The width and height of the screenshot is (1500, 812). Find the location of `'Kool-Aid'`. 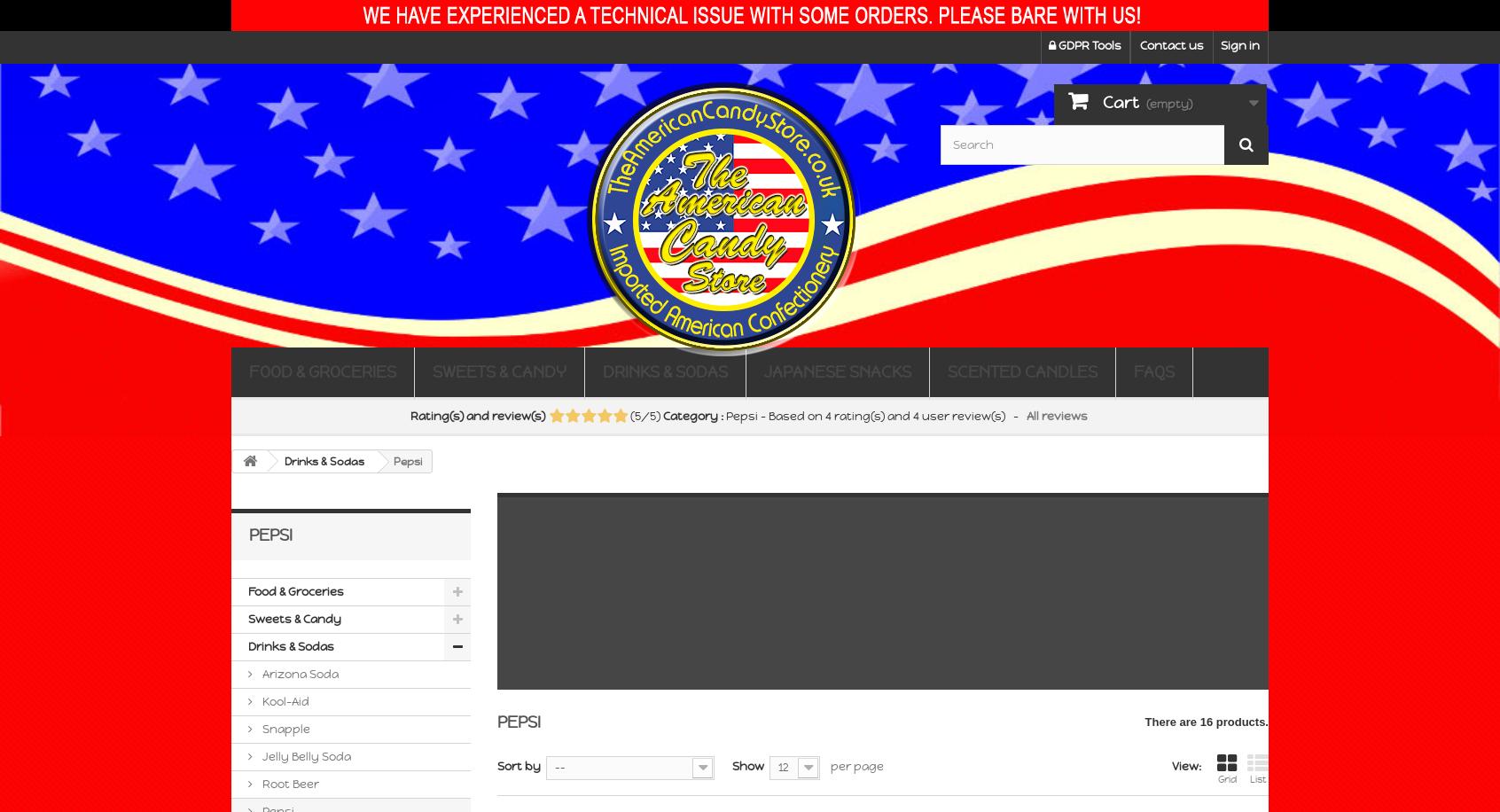

'Kool-Aid' is located at coordinates (283, 700).